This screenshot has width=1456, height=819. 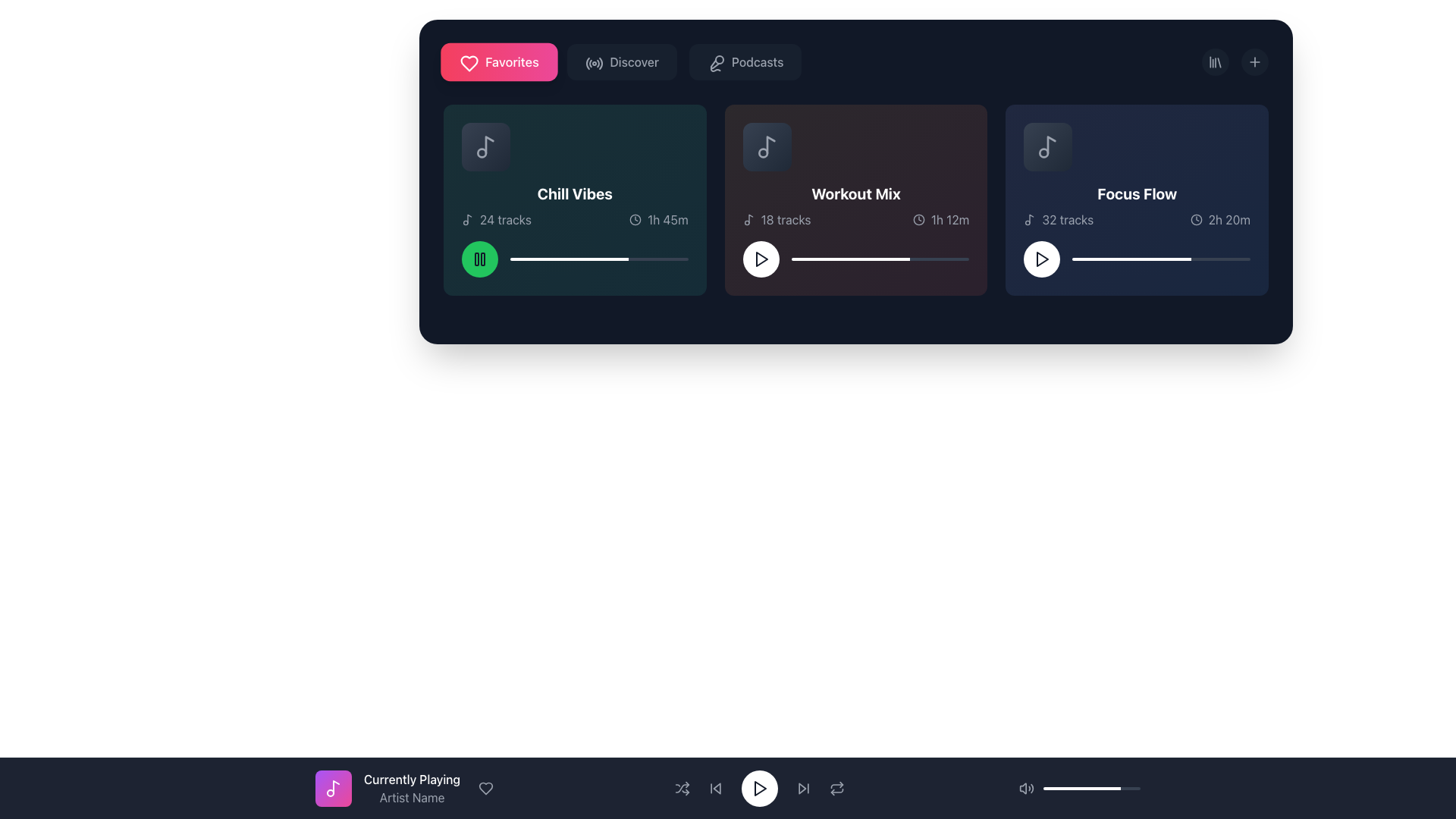 What do you see at coordinates (486, 146) in the screenshot?
I see `the thumbnail or icon representing the 'Chill Vibes' music playlist, located in the top left corner of its rectangular card` at bounding box center [486, 146].